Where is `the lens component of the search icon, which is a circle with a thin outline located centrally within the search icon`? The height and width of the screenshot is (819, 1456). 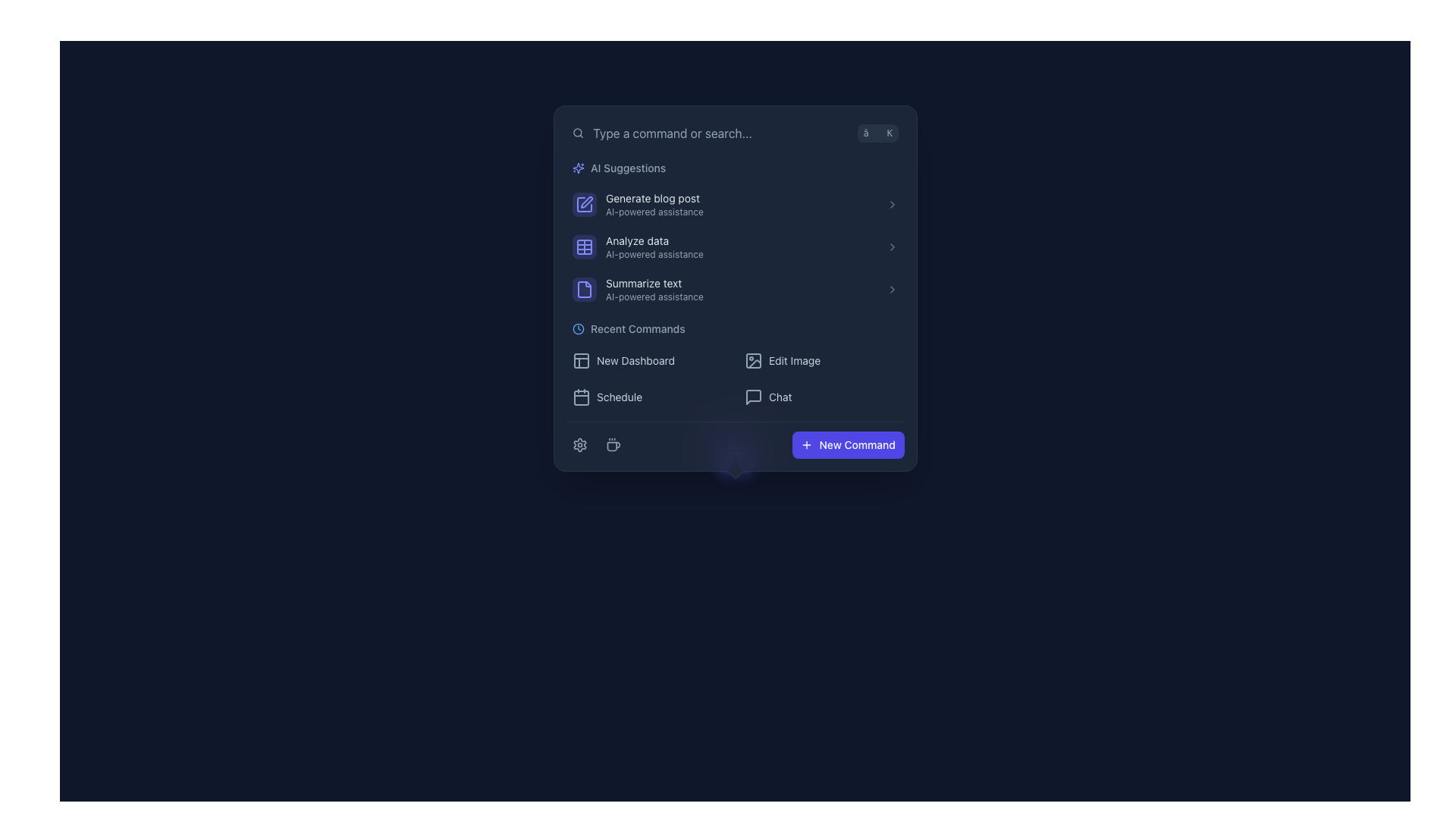
the lens component of the search icon, which is a circle with a thin outline located centrally within the search icon is located at coordinates (576, 132).